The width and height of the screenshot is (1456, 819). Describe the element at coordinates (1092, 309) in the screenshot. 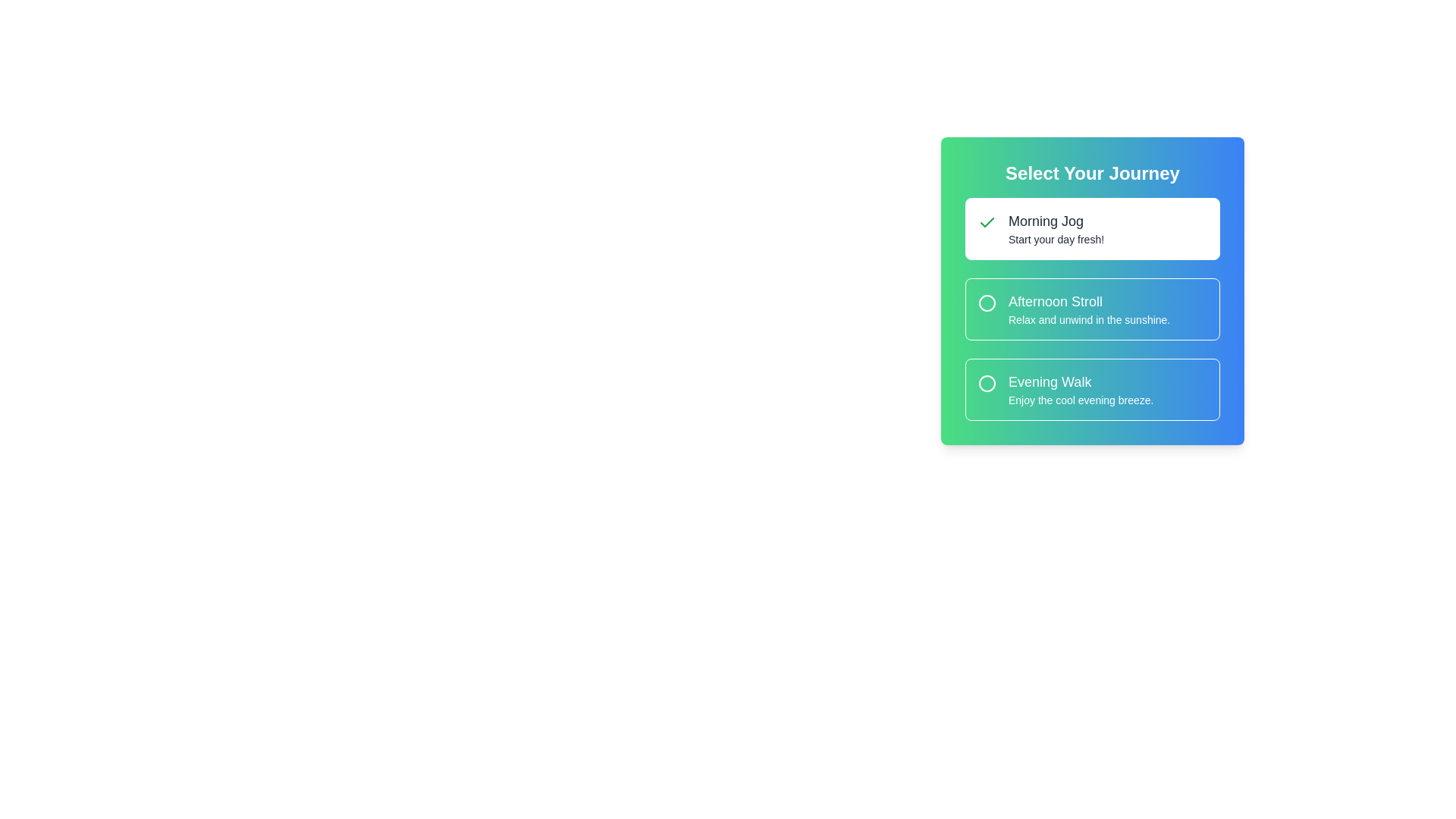

I see `the 'Afternoon Stroll' item in the vertical selection list` at that location.